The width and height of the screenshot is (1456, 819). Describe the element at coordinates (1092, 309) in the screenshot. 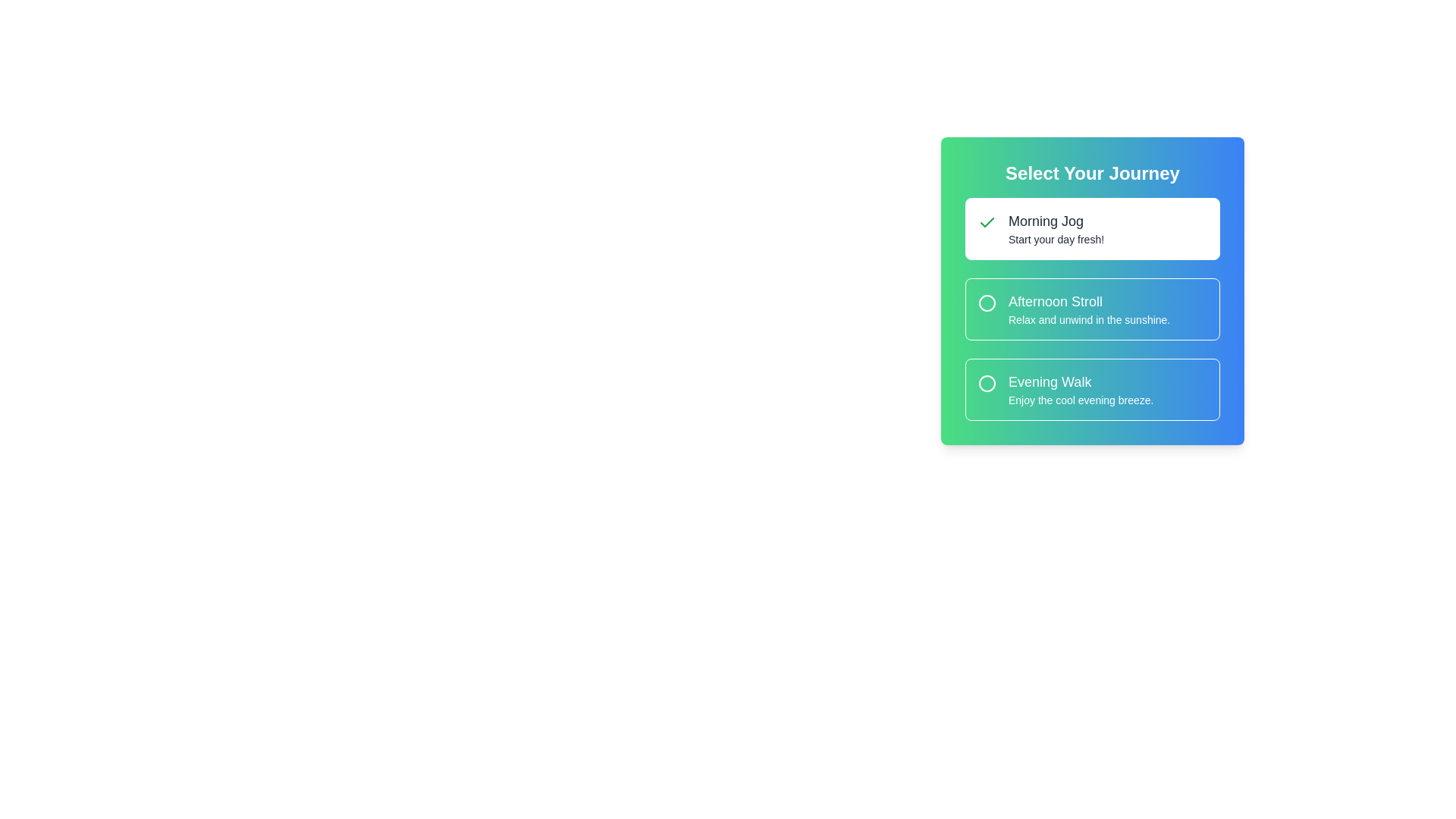

I see `the 'Afternoon Stroll' item in the vertical selection list` at that location.